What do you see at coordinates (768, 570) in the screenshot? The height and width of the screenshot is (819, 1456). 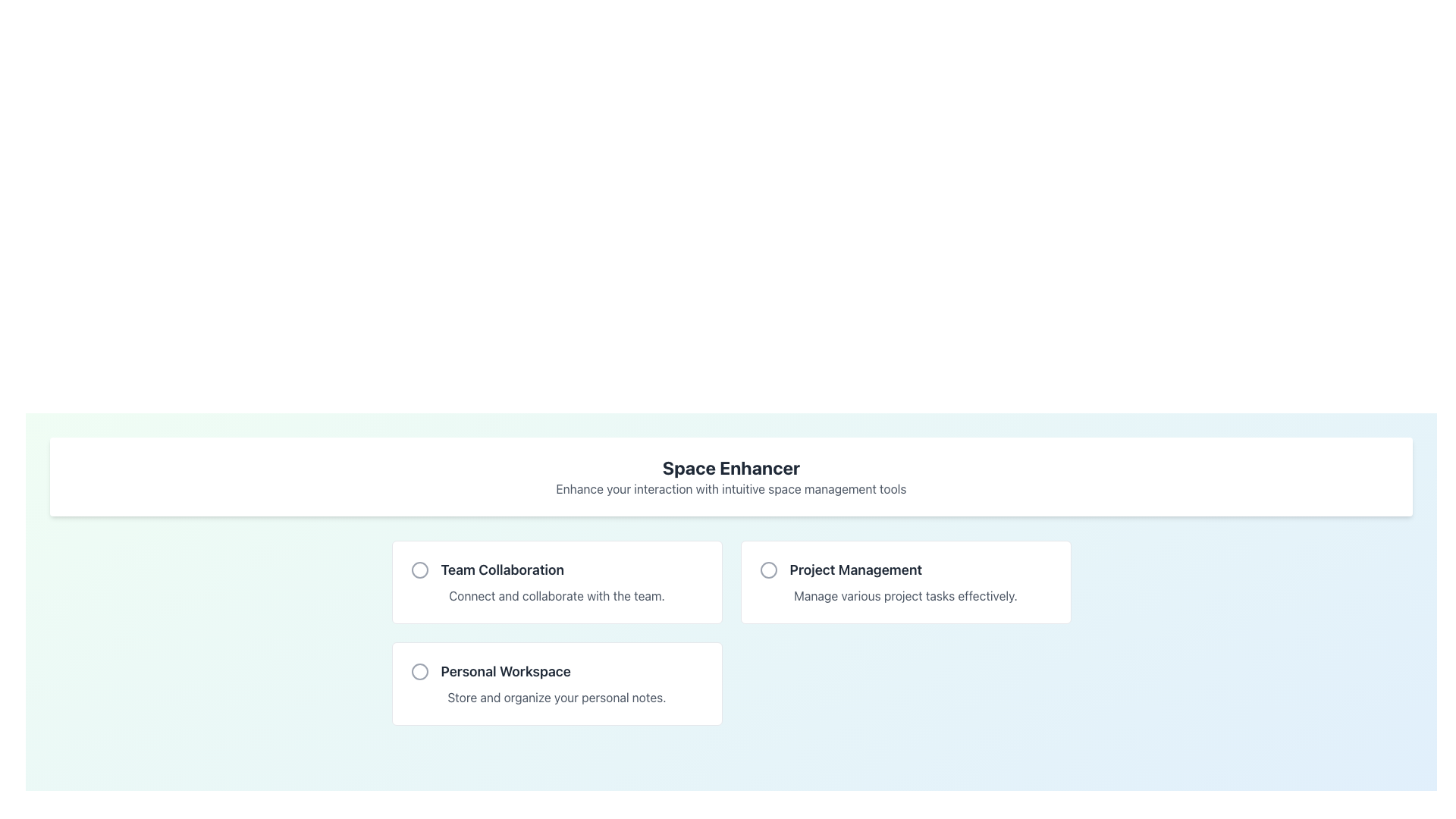 I see `the small outlined circle icon located in the 'Project Management' box, which is positioned at the center of the right-hand 'Project Management' option` at bounding box center [768, 570].